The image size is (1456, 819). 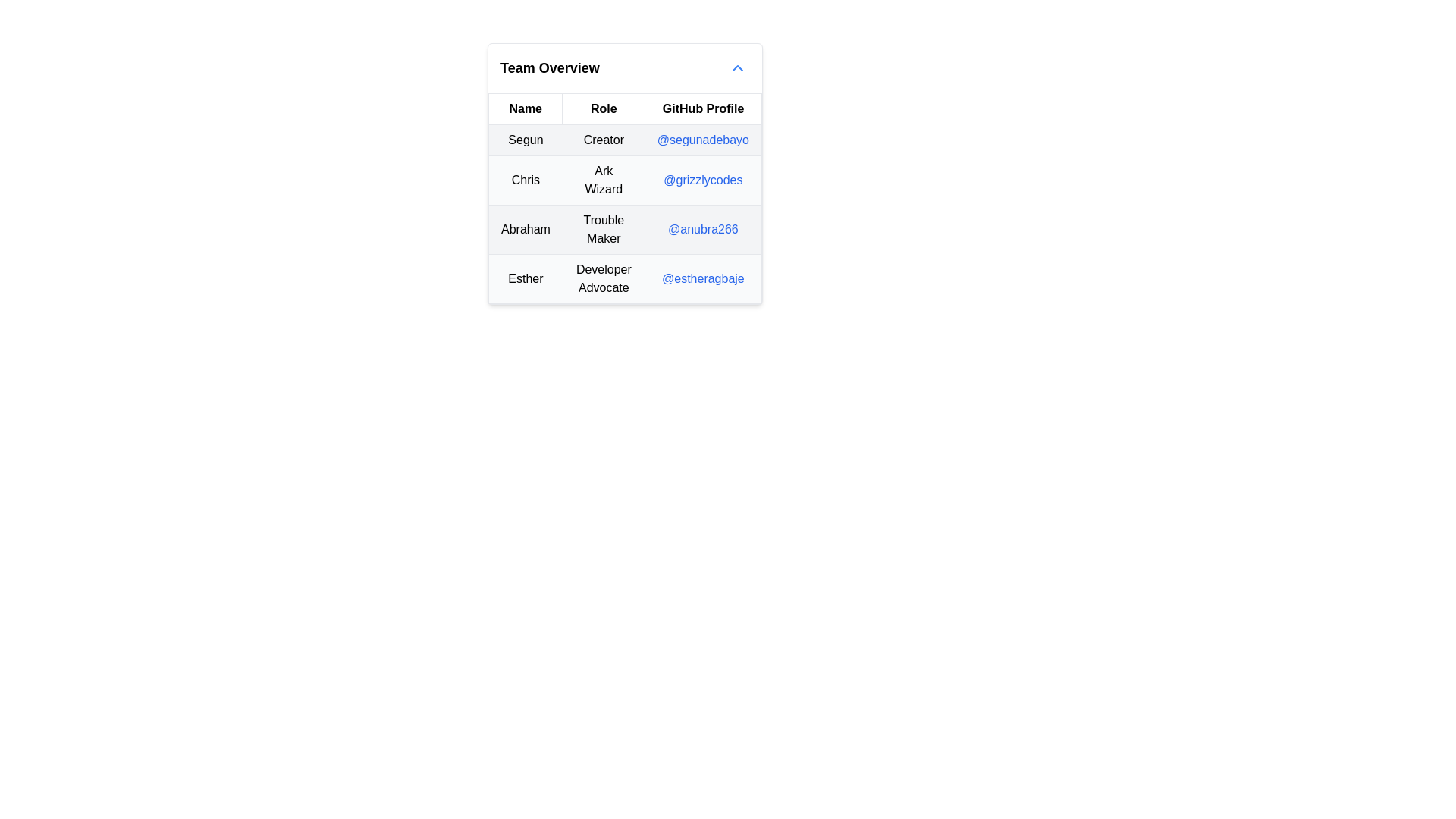 What do you see at coordinates (702, 278) in the screenshot?
I see `the hyperlink that leads to the GitHub profile of the user '@estheragbaje', located in the last row of the table under the 'GitHub Profile' column, aligned with 'Esther' in the 'Name' column and 'Developer Advocate' in the 'Role' column` at bounding box center [702, 278].